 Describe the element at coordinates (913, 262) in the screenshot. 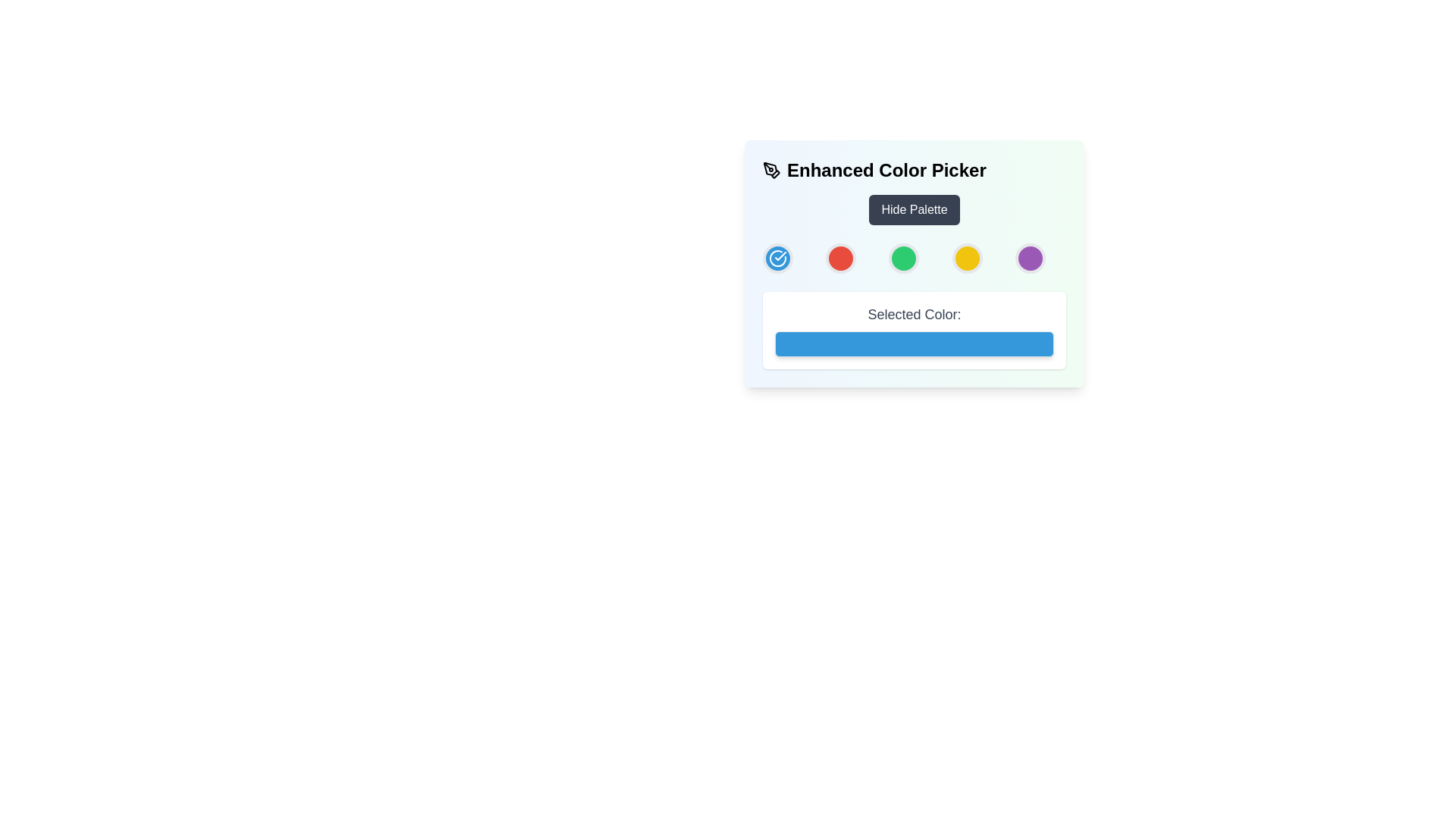

I see `the selectable color option, which is a distinct rounded circular icon with a green background located in the middle of a row of similar icons` at that location.